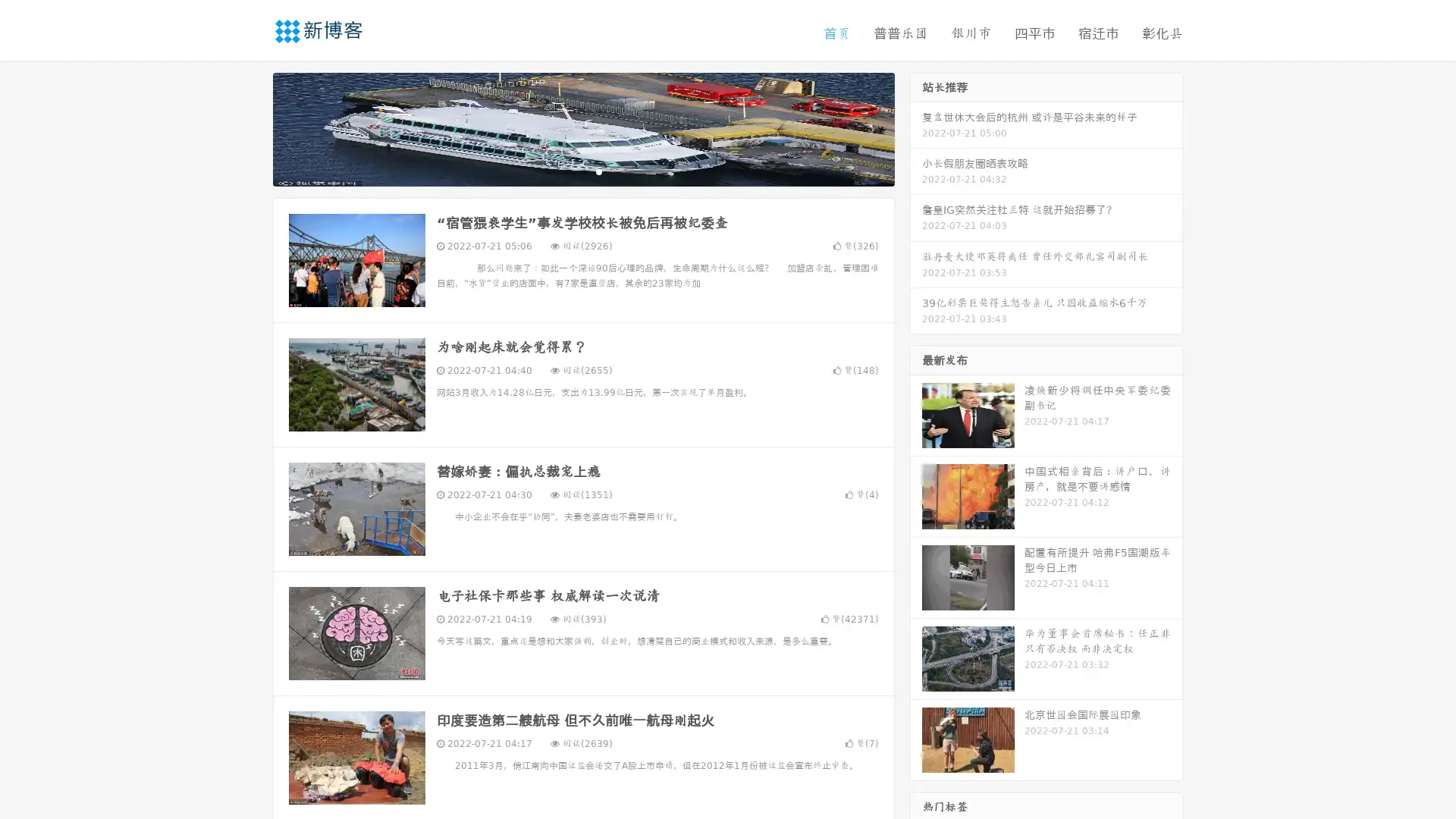 The width and height of the screenshot is (1456, 819). What do you see at coordinates (250, 127) in the screenshot?
I see `Previous slide` at bounding box center [250, 127].